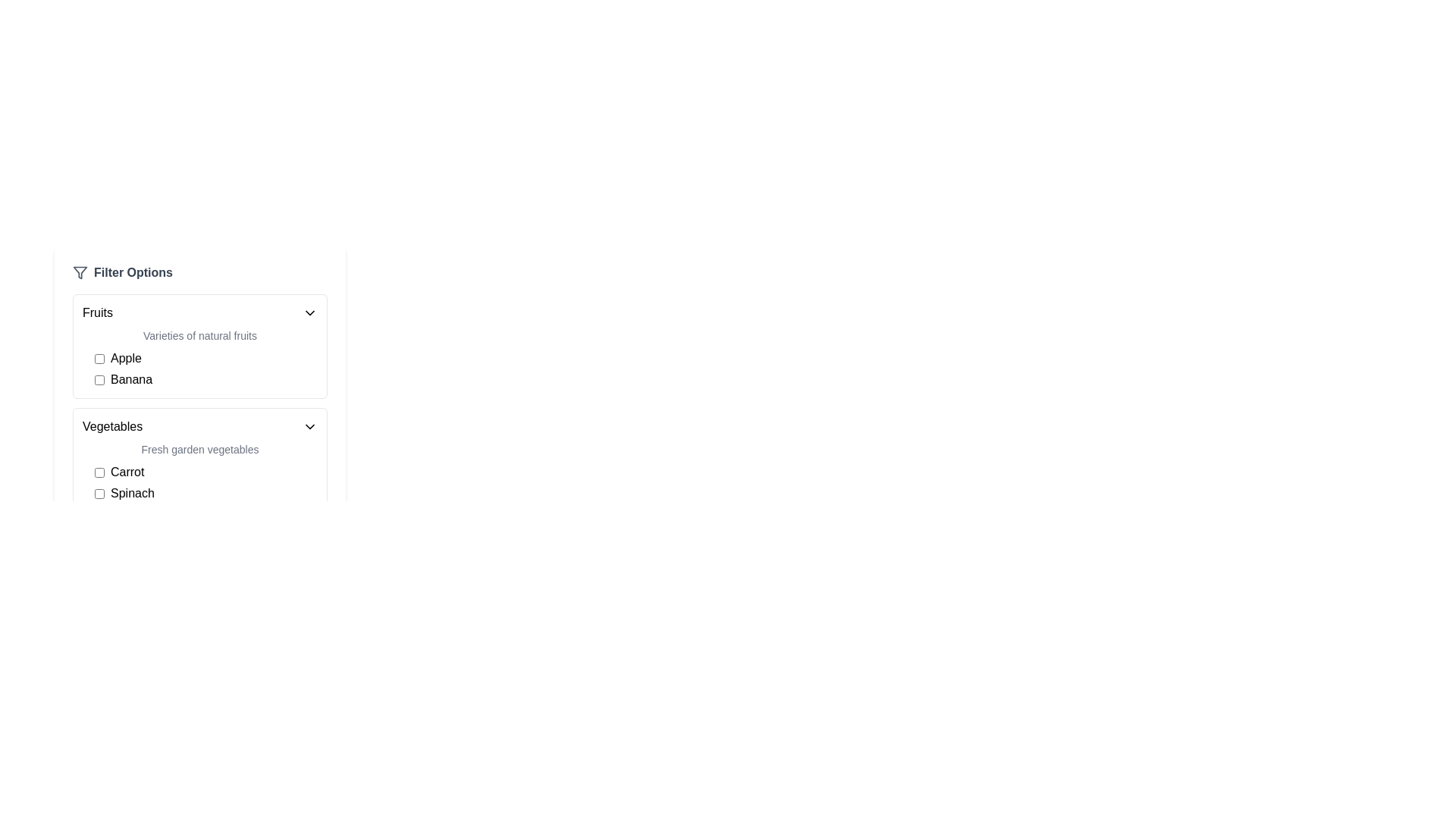  I want to click on the downward-pointing chevron icon adjacent to the 'Vegetables' label, so click(309, 427).